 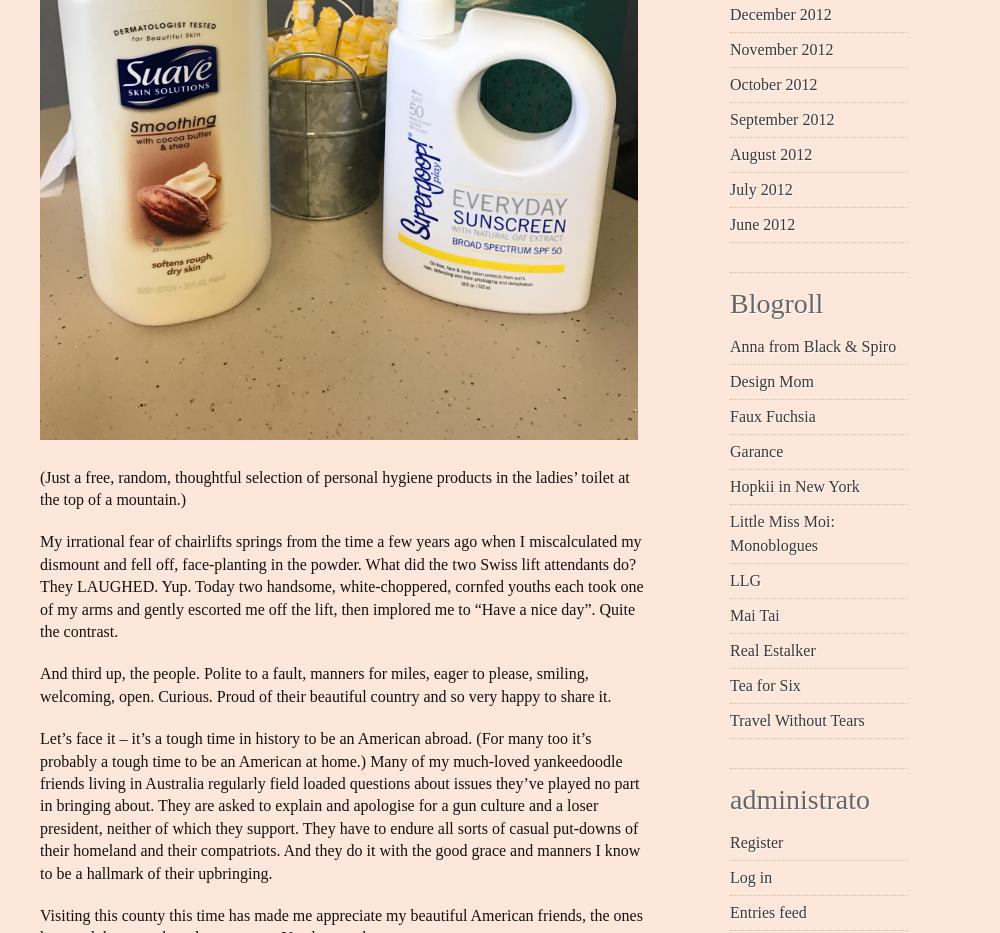 What do you see at coordinates (772, 648) in the screenshot?
I see `'Real Estalker'` at bounding box center [772, 648].